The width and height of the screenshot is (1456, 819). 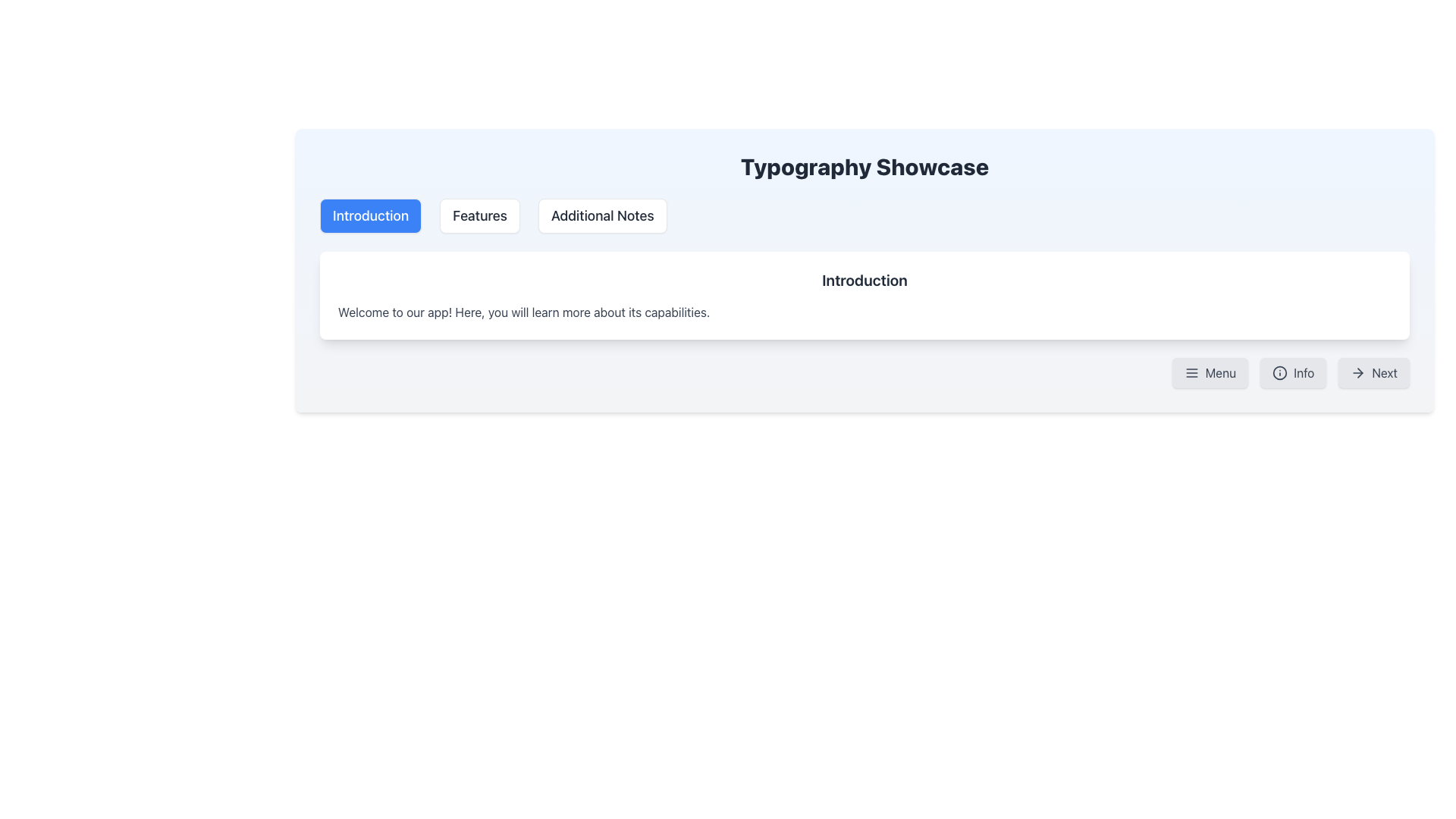 What do you see at coordinates (371, 216) in the screenshot?
I see `the 'Introduction' button, which is the first button in a horizontal row of three buttons` at bounding box center [371, 216].